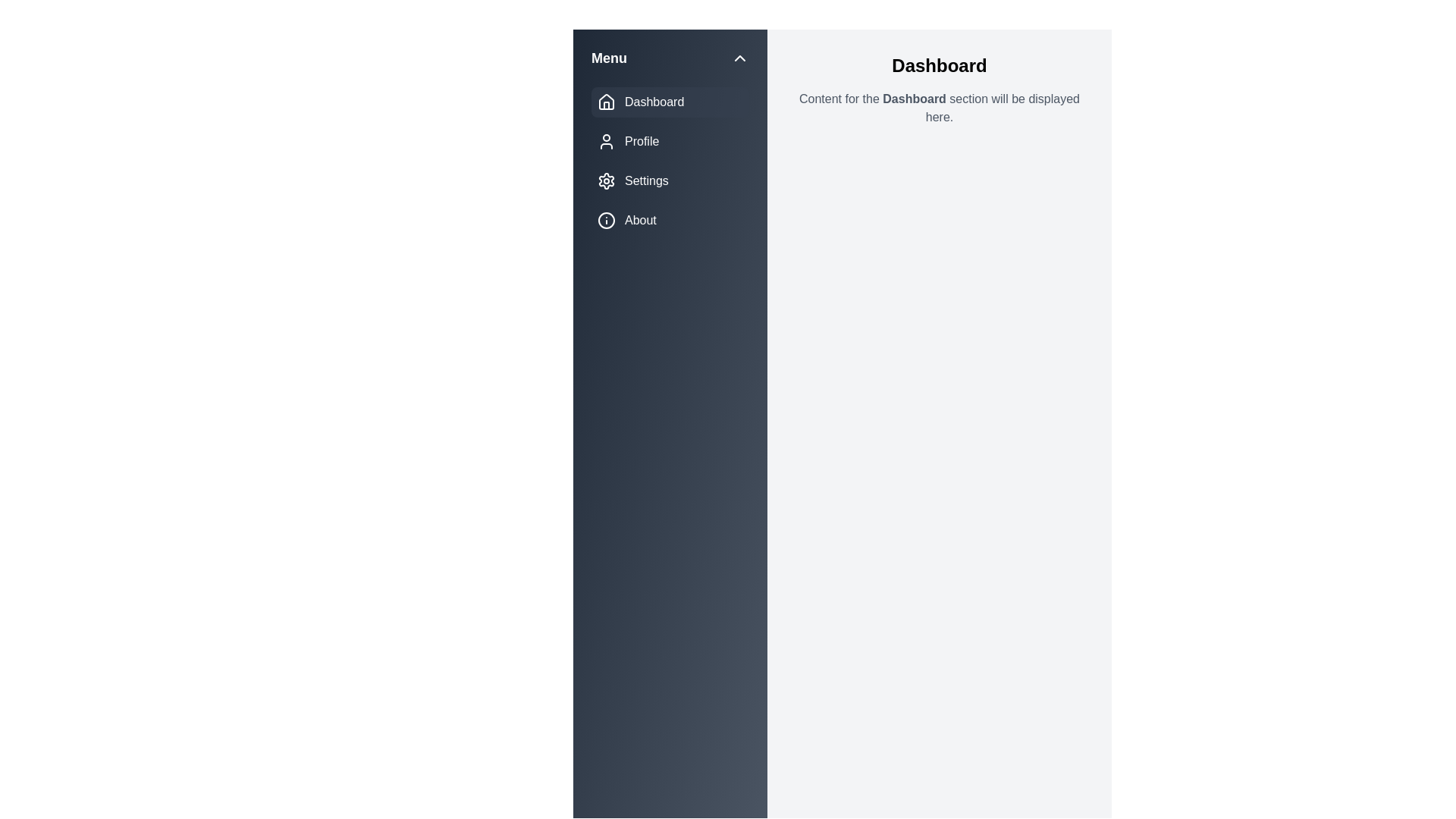 The image size is (1456, 819). Describe the element at coordinates (607, 102) in the screenshot. I see `the 'Dashboard' navigation option` at that location.